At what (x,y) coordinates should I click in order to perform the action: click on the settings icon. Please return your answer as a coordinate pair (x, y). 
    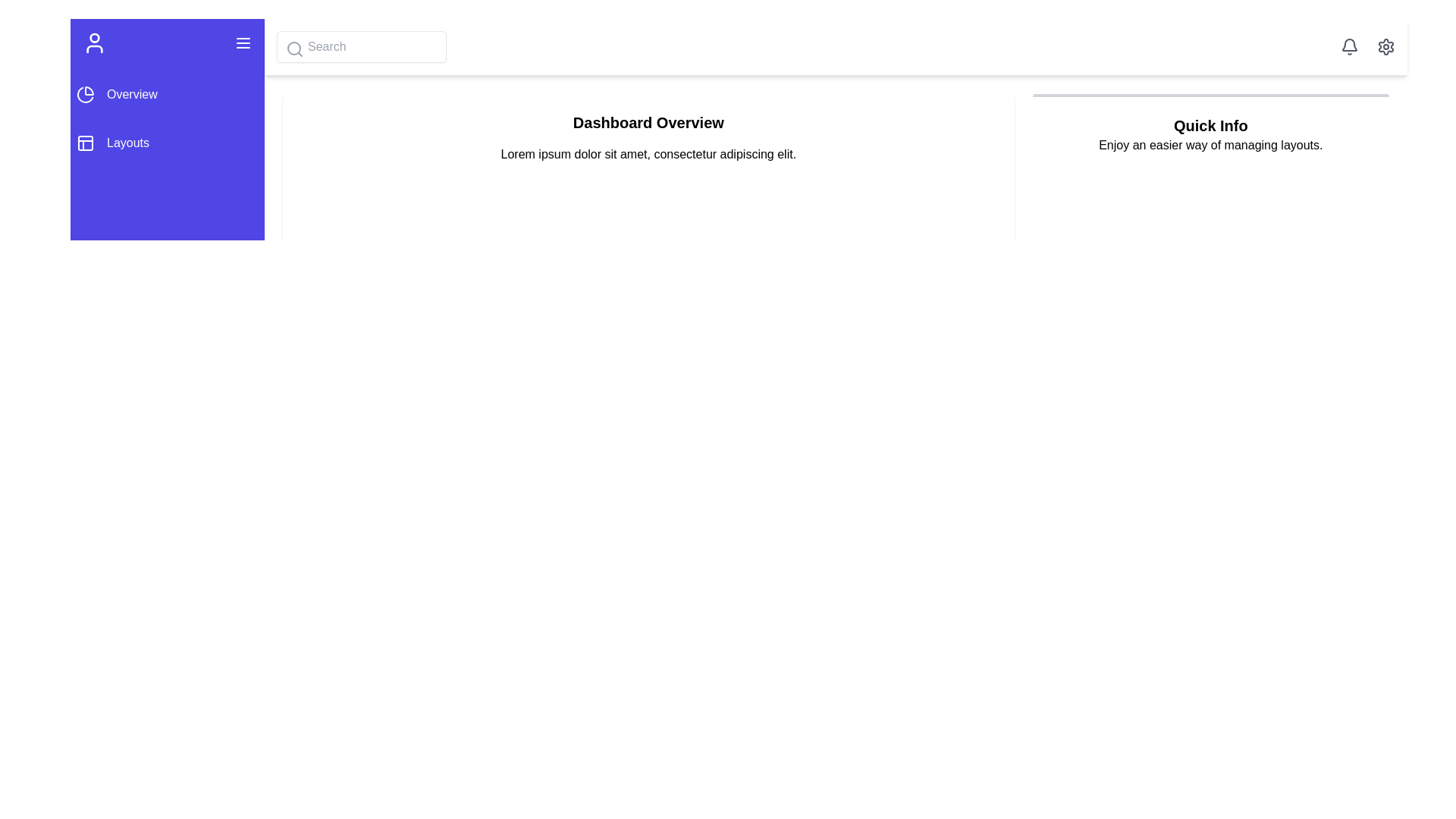
    Looking at the image, I should click on (1386, 45).